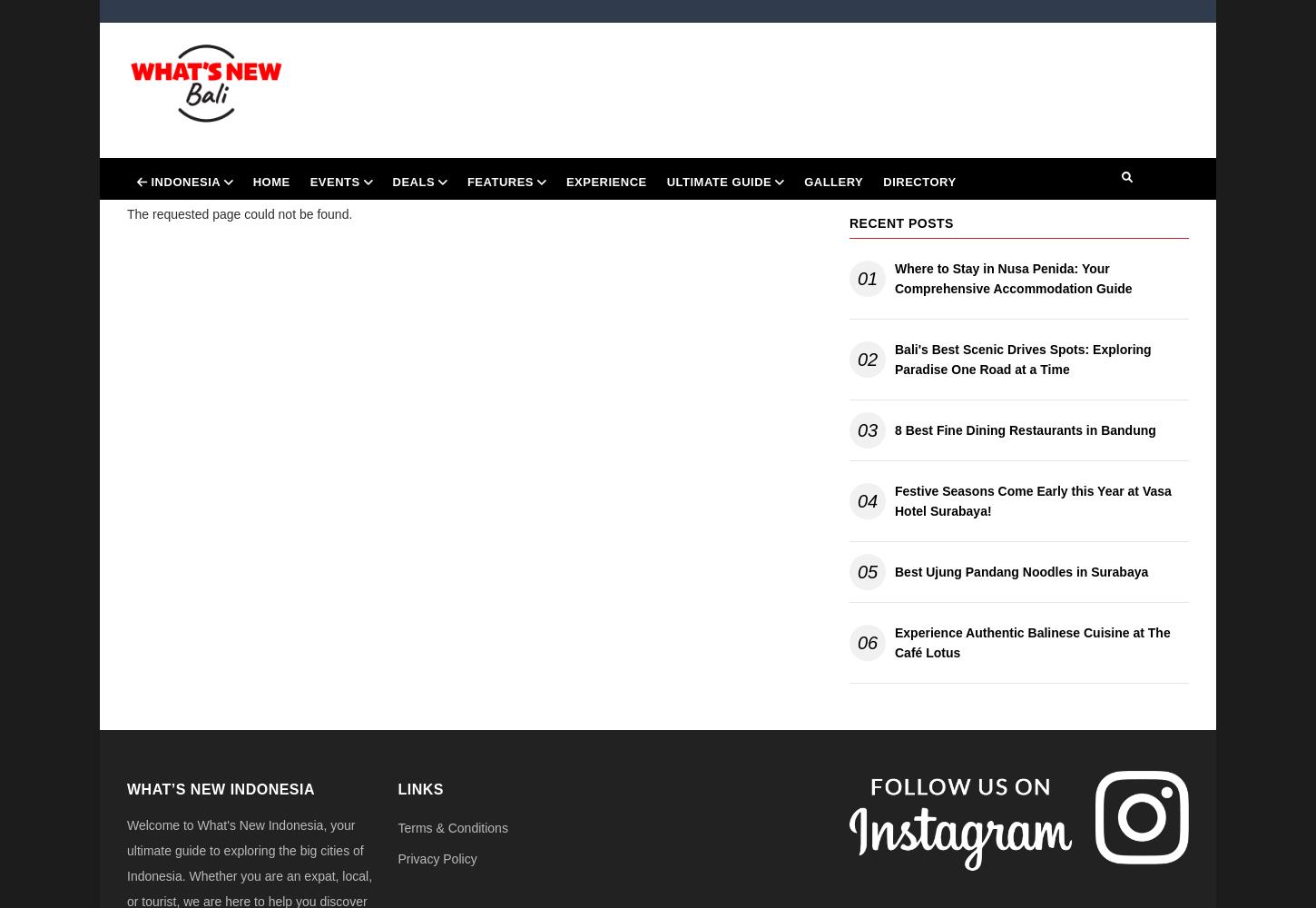 Image resolution: width=1316 pixels, height=908 pixels. Describe the element at coordinates (695, 389) in the screenshot. I see `'Stay'` at that location.